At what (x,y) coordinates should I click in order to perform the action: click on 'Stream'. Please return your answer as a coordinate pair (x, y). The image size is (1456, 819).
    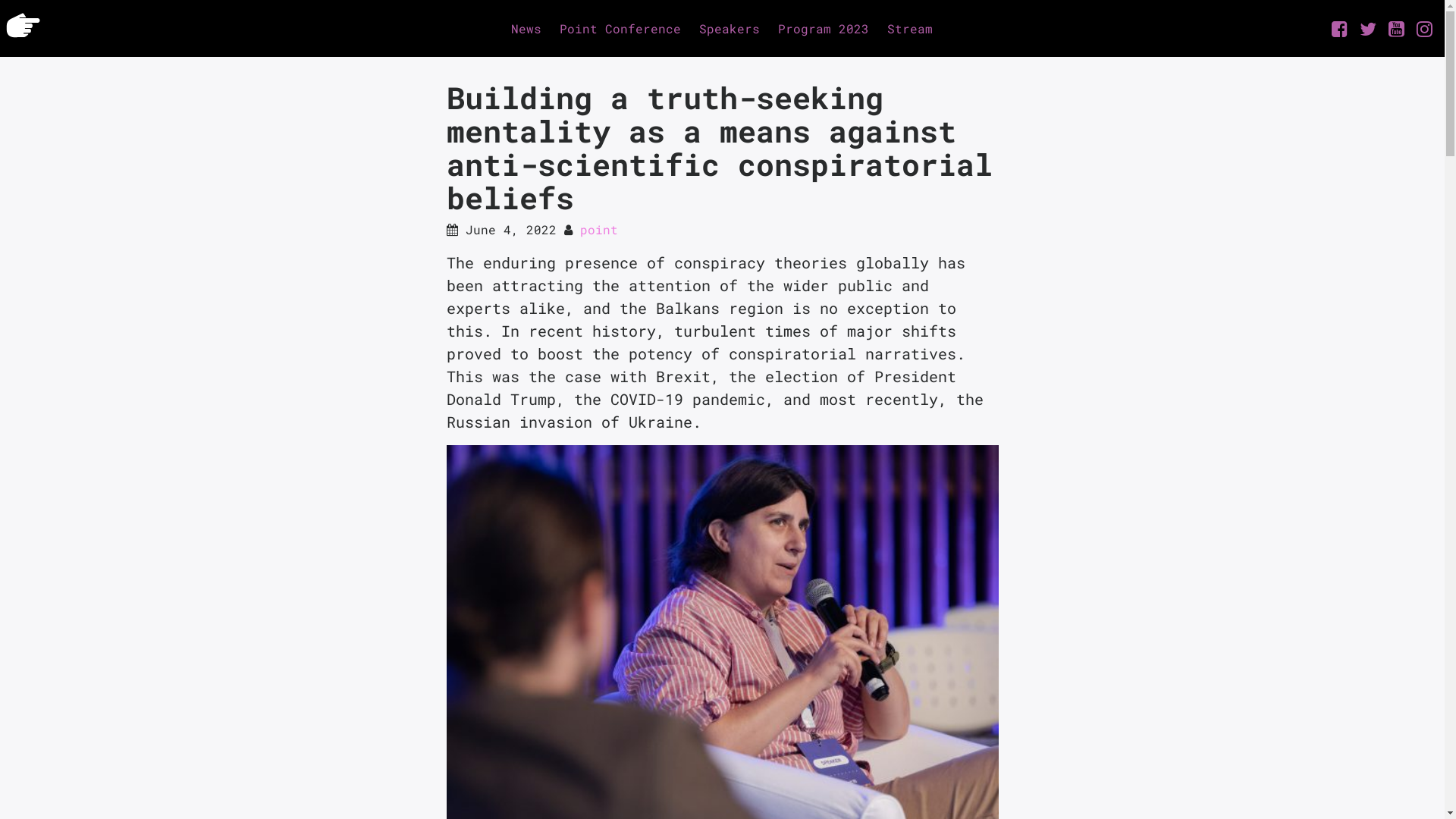
    Looking at the image, I should click on (877, 28).